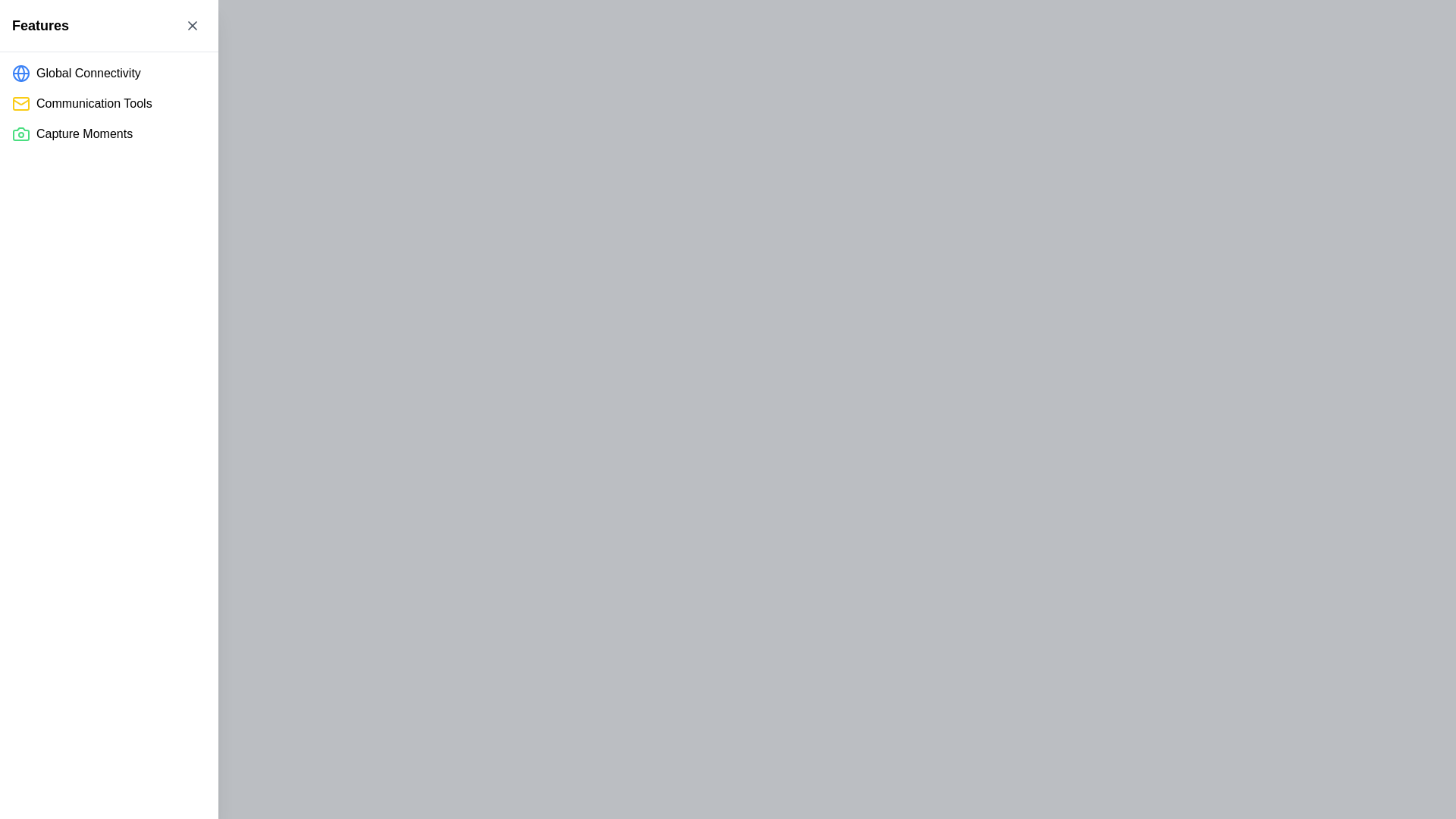  I want to click on the yellow-colored envelope icon, which is outlined and positioned beside the text 'Communication Tools', so click(21, 103).